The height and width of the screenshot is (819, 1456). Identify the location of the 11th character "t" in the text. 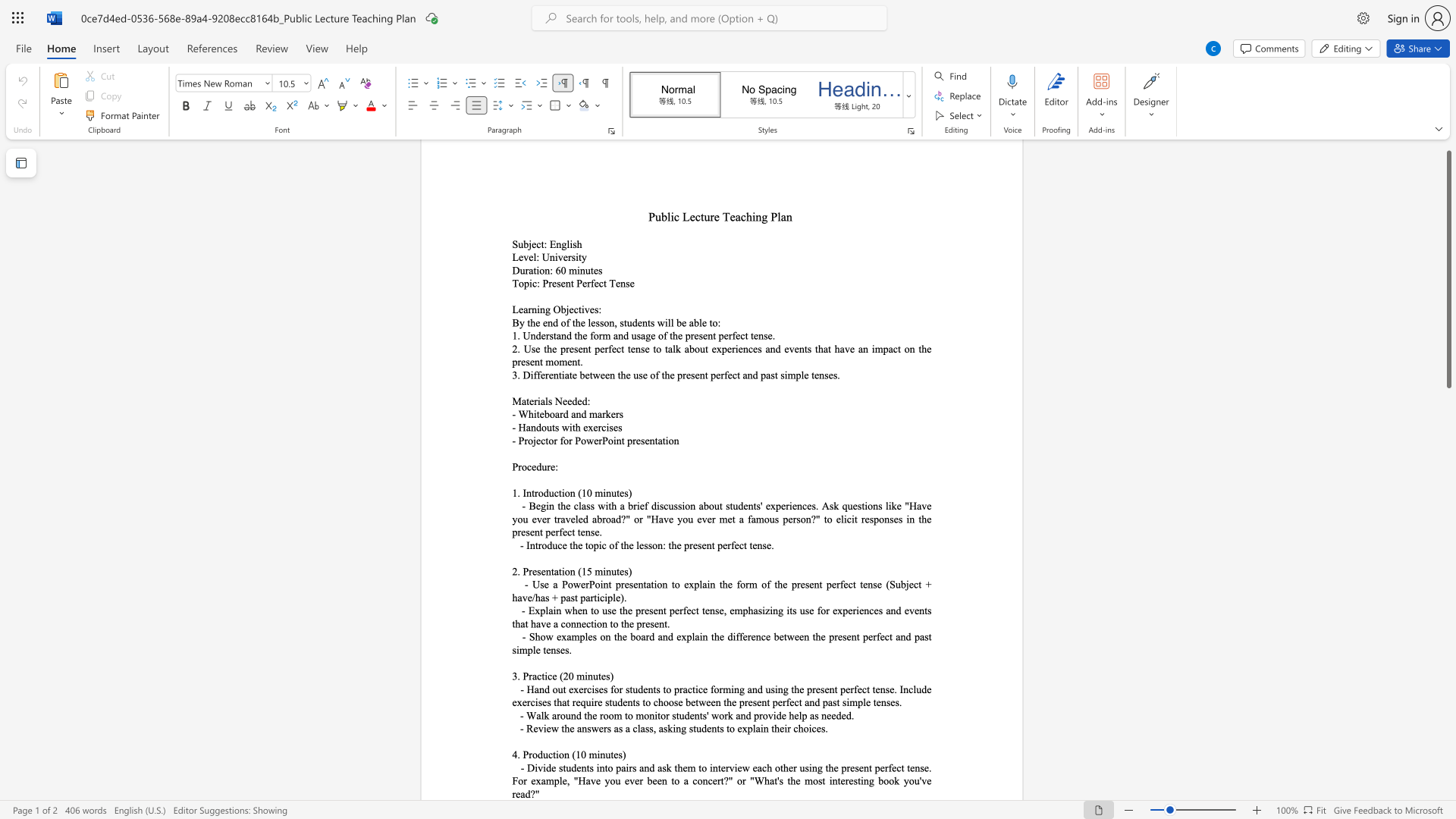
(908, 767).